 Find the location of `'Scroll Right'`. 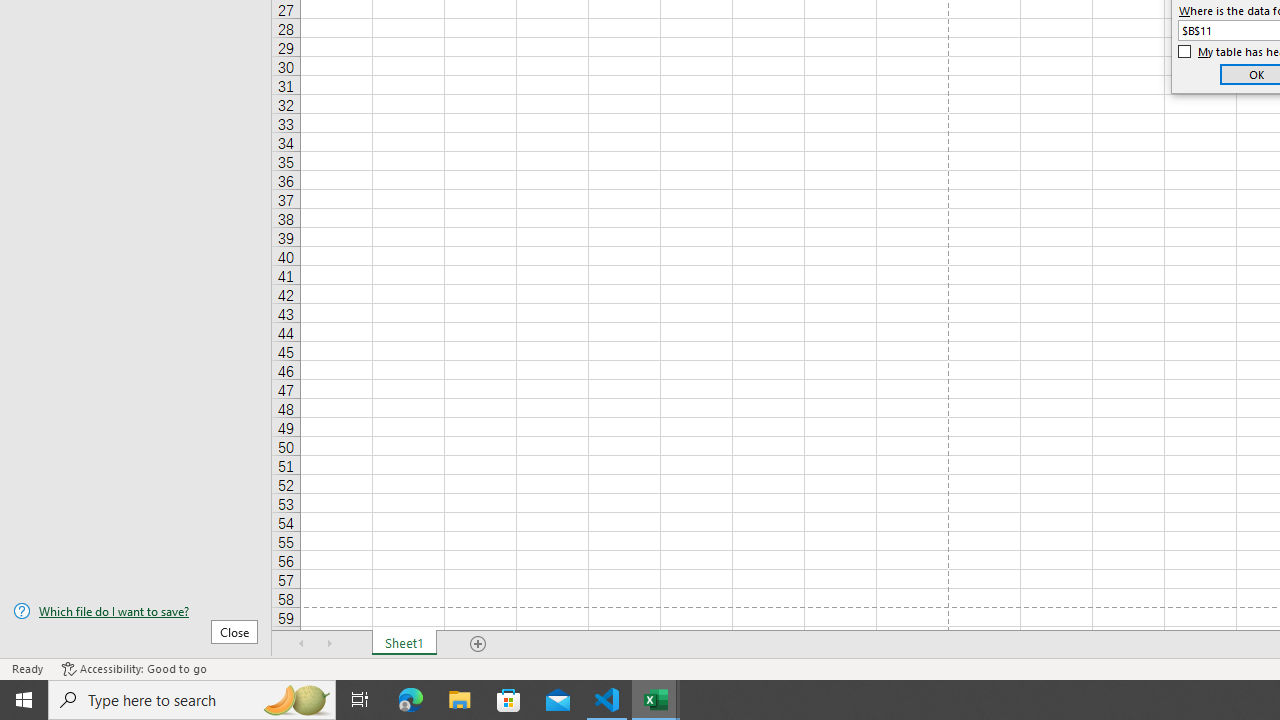

'Scroll Right' is located at coordinates (330, 644).